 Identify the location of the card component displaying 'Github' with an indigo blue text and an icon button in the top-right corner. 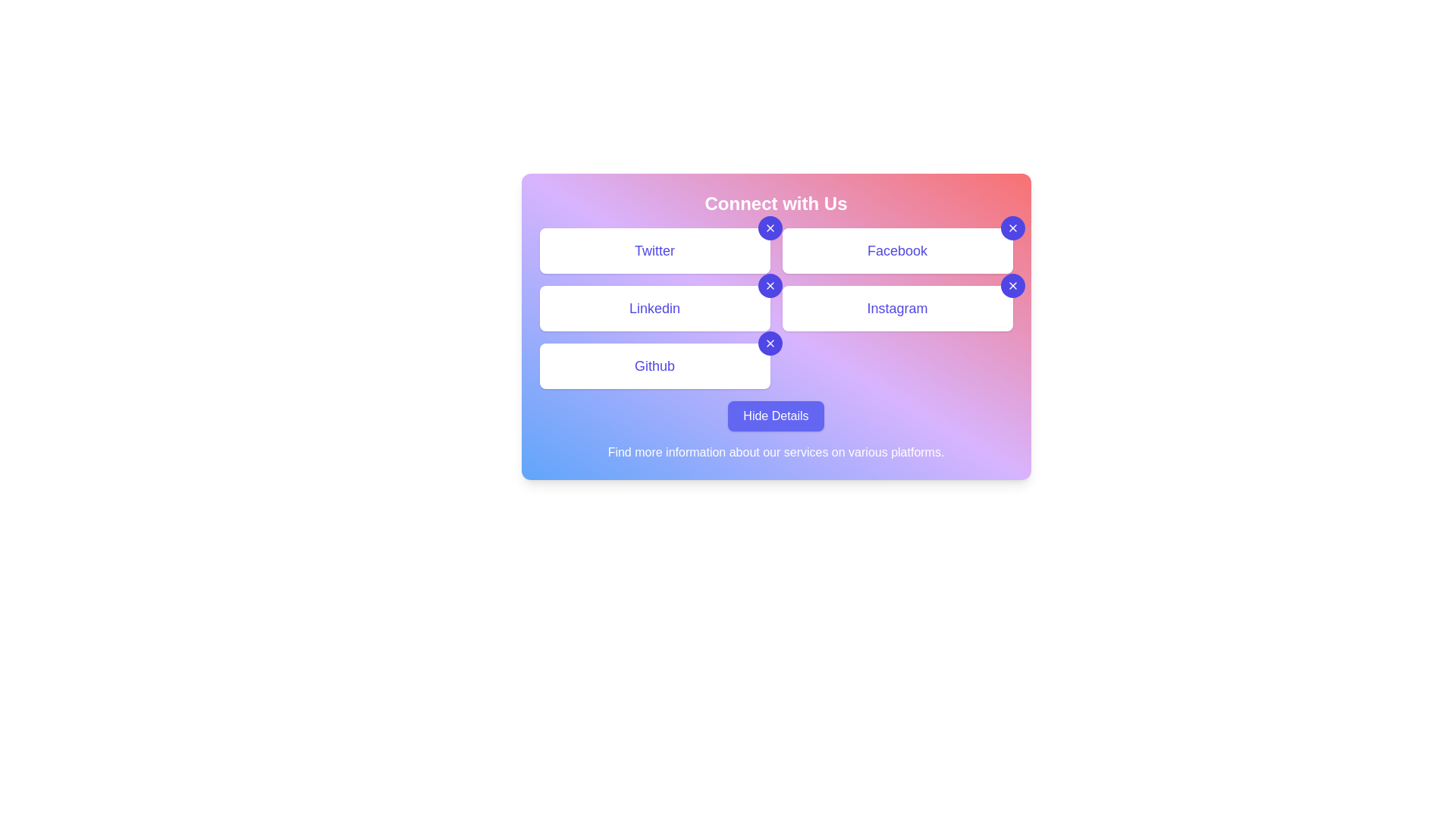
(654, 366).